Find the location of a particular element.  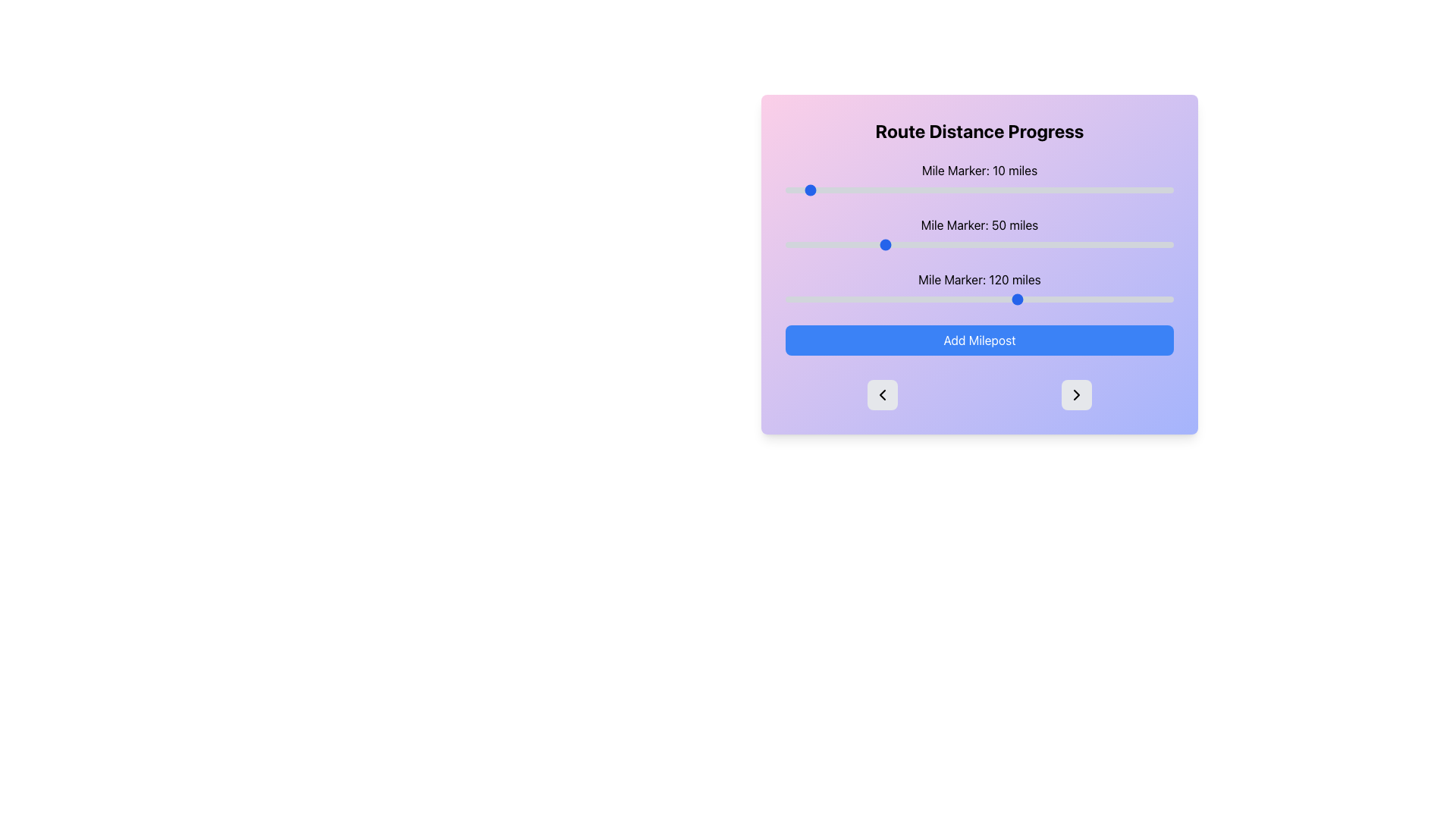

the slider control that allows users to adjust the mile marker, currently set to 50 miles is located at coordinates (979, 244).